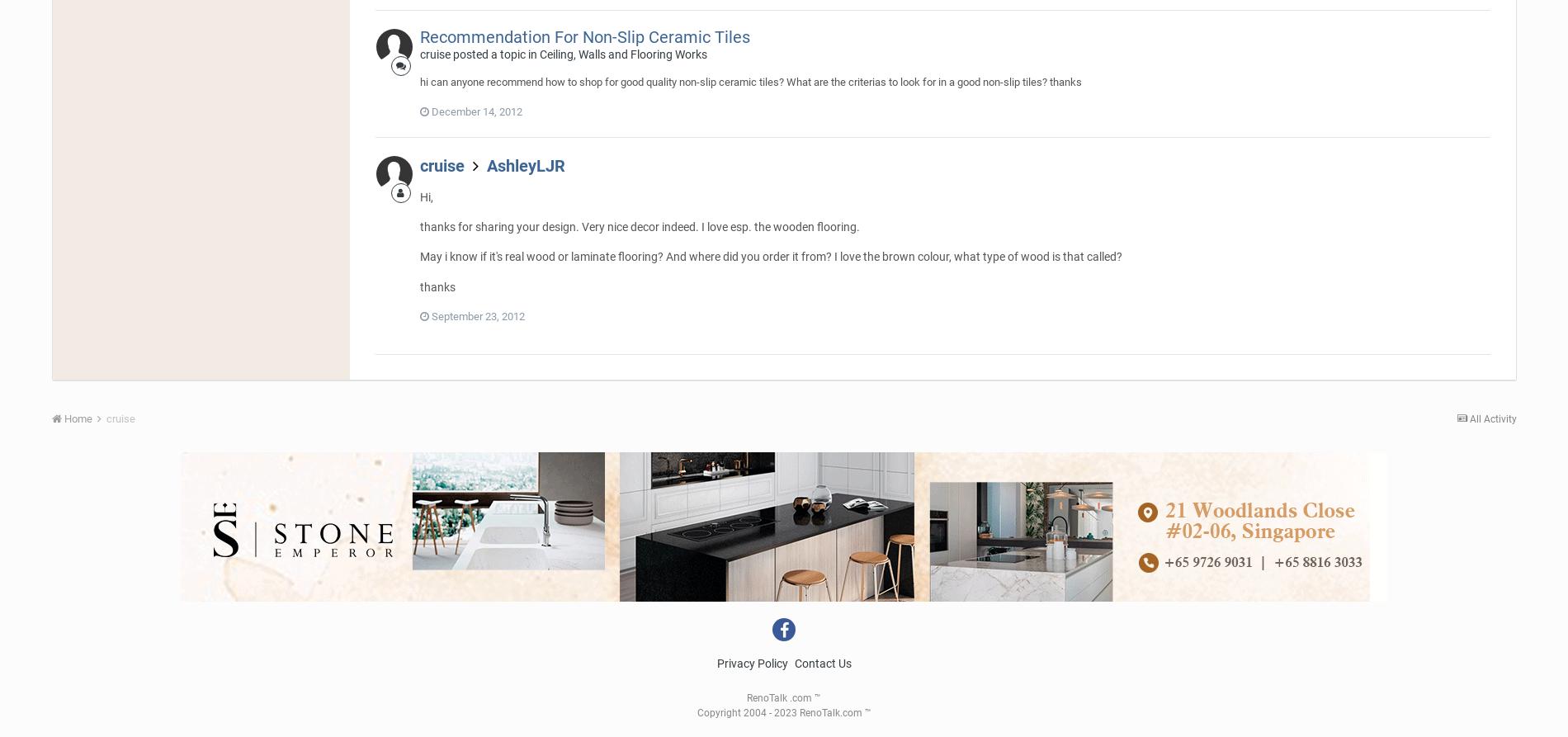 This screenshot has width=1568, height=737. What do you see at coordinates (749, 82) in the screenshot?
I see `'hi can anyone recommend how to shop for good quality non-slip ceramic tiles?  What are the criterias to look for in a good non-slip tiles? thanks'` at bounding box center [749, 82].